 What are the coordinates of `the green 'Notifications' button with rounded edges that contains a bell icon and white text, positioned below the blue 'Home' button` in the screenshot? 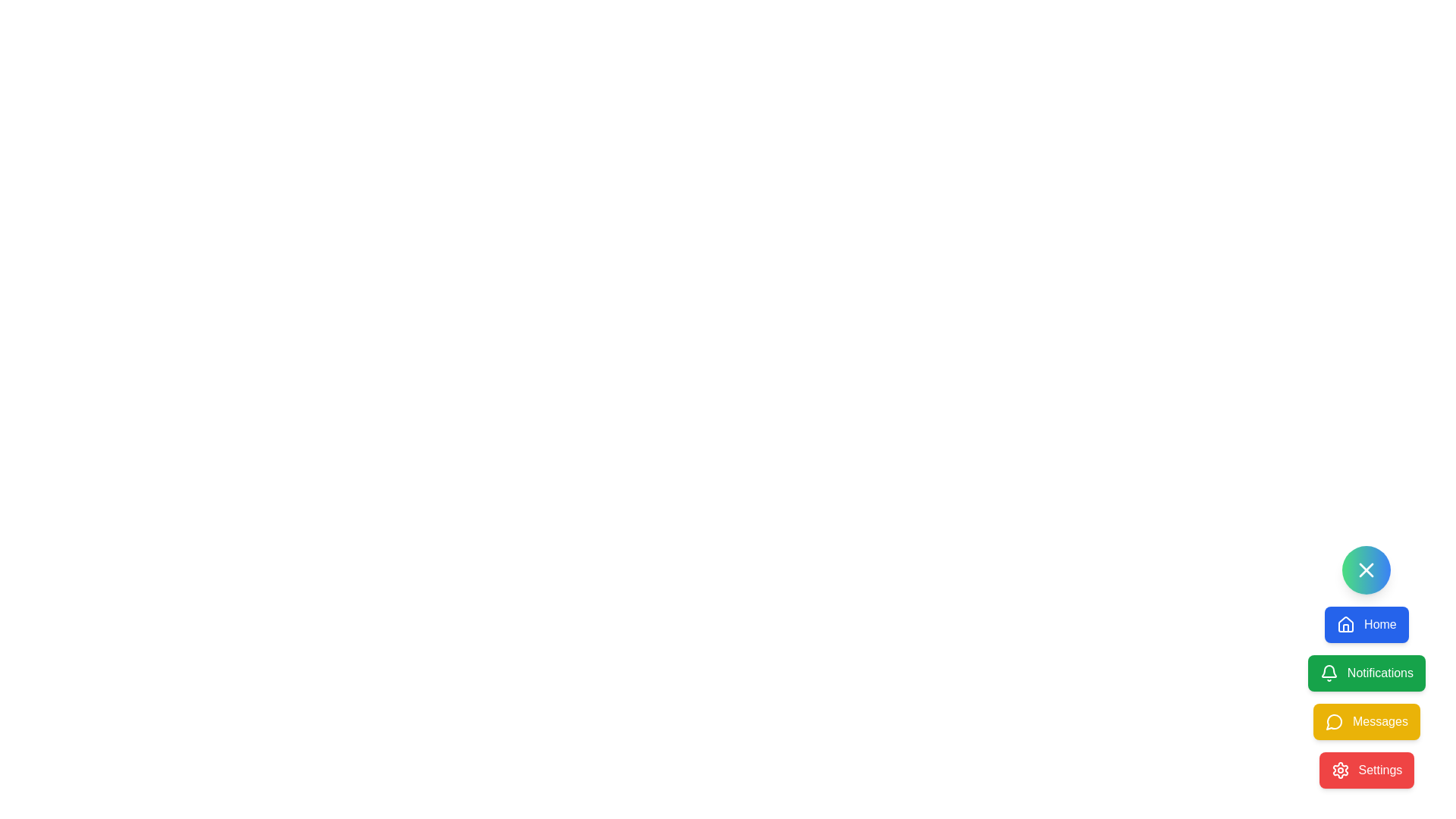 It's located at (1367, 666).